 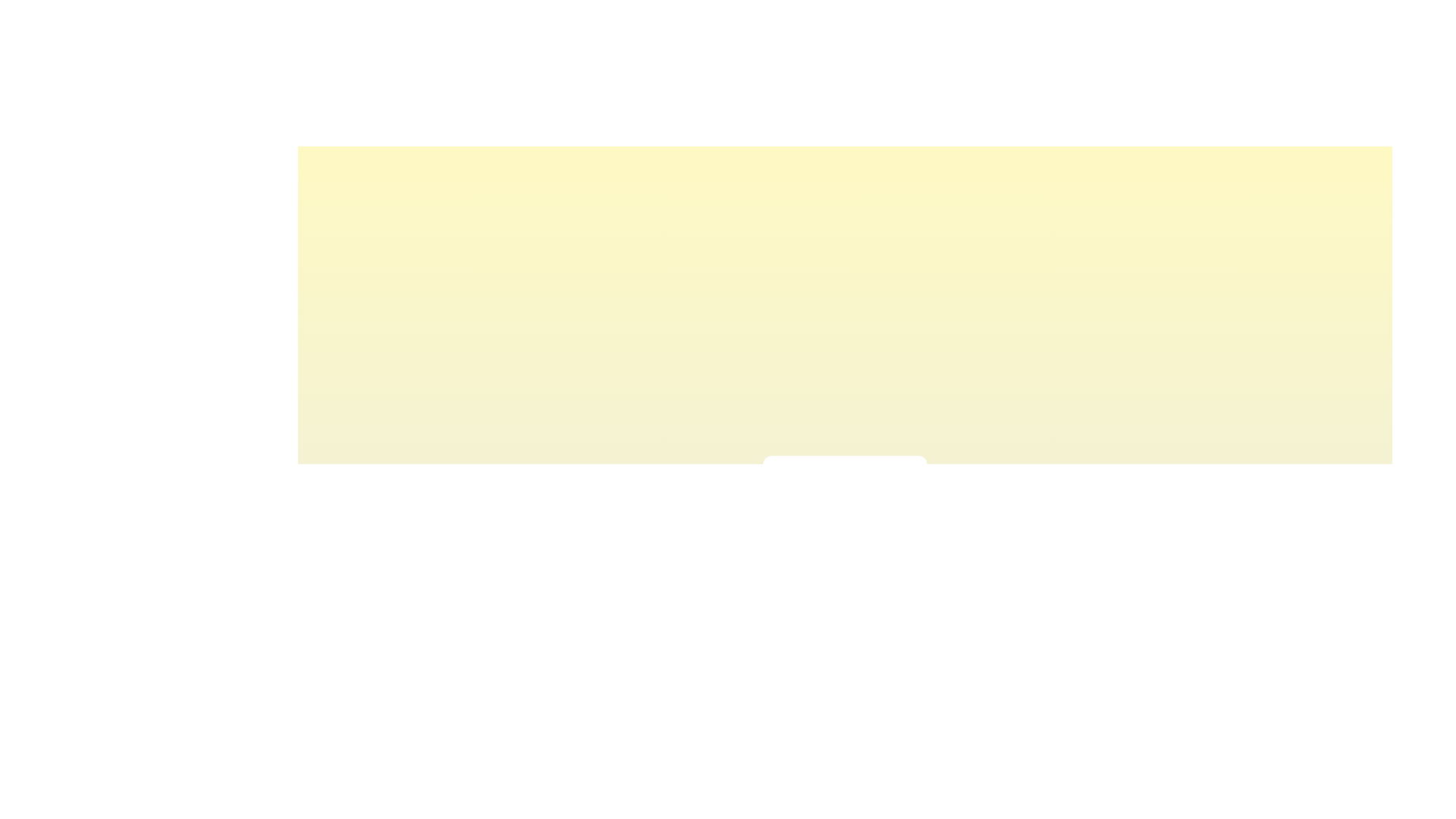 I want to click on the light intensity slider to 16% to observe the corresponding visual feedback color, so click(x=801, y=513).